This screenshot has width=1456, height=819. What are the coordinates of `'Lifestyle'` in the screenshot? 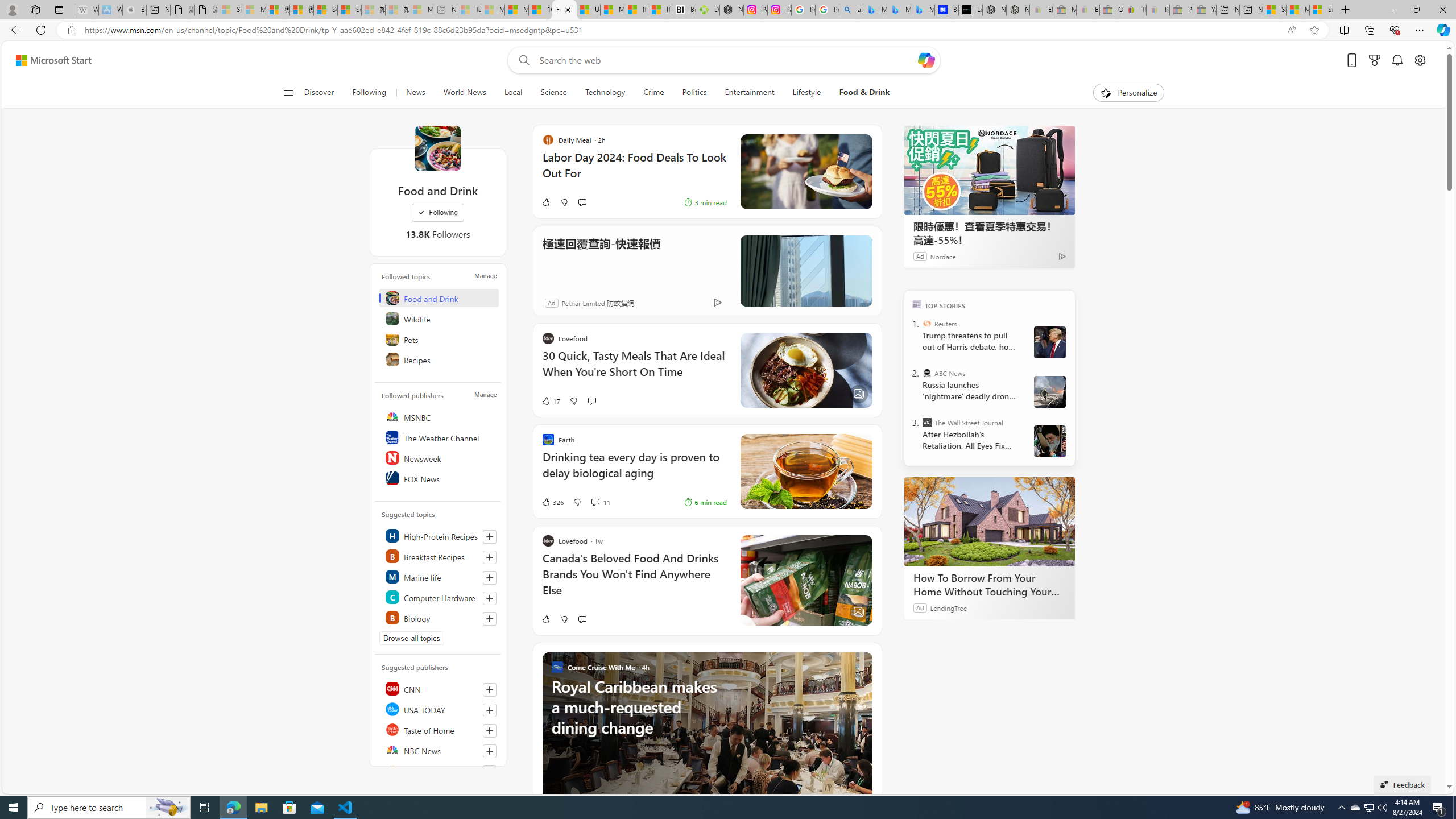 It's located at (806, 92).